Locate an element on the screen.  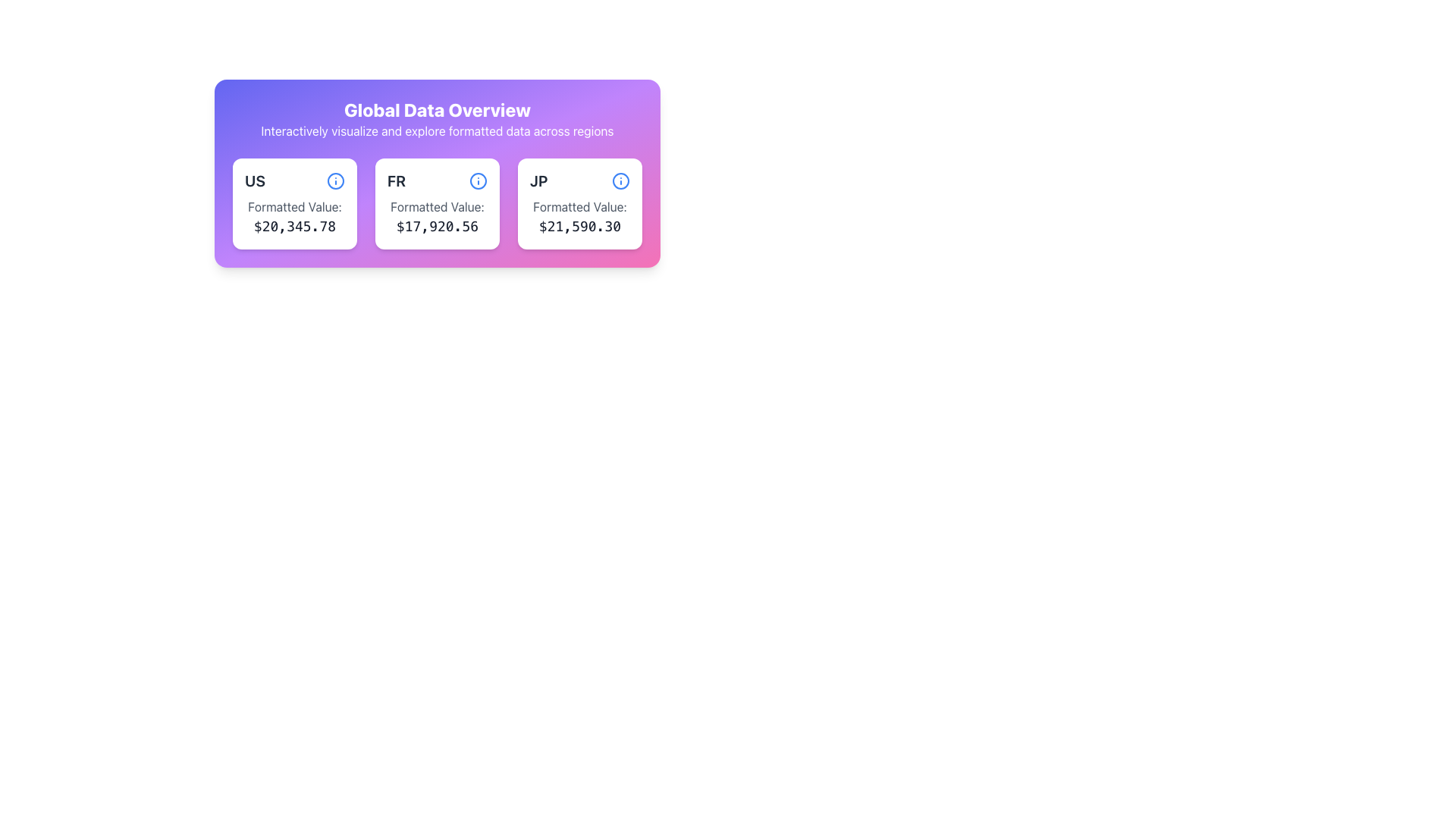
the SVG circle with a blue stroke located next to the 'FR' label in the middle of the overview panel is located at coordinates (477, 180).